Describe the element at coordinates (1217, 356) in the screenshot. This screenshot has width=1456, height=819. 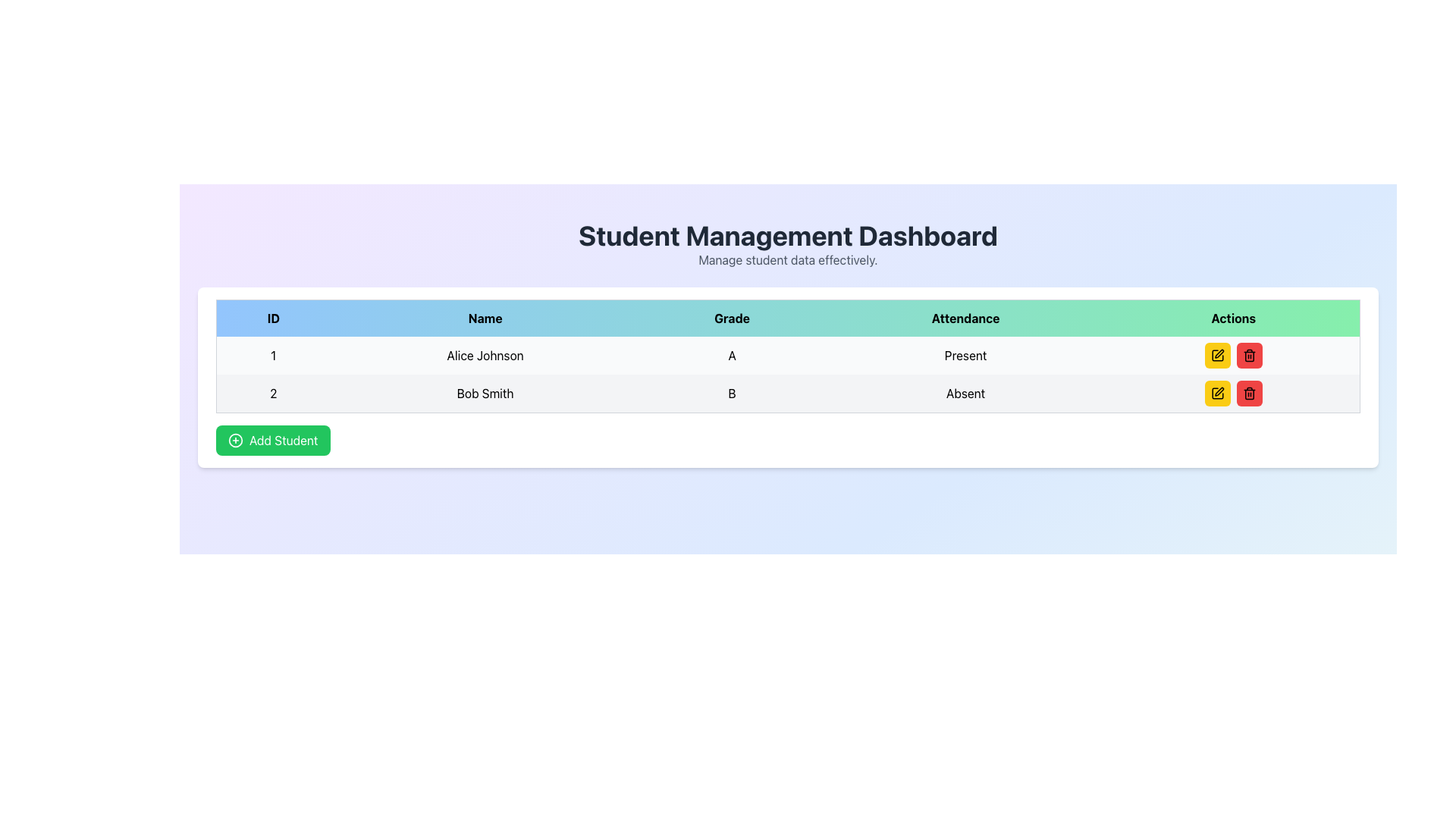
I see `the yellow button with rounded corners and a pencil icon in the 'Actions' column of the second row to initiate the edit action` at that location.